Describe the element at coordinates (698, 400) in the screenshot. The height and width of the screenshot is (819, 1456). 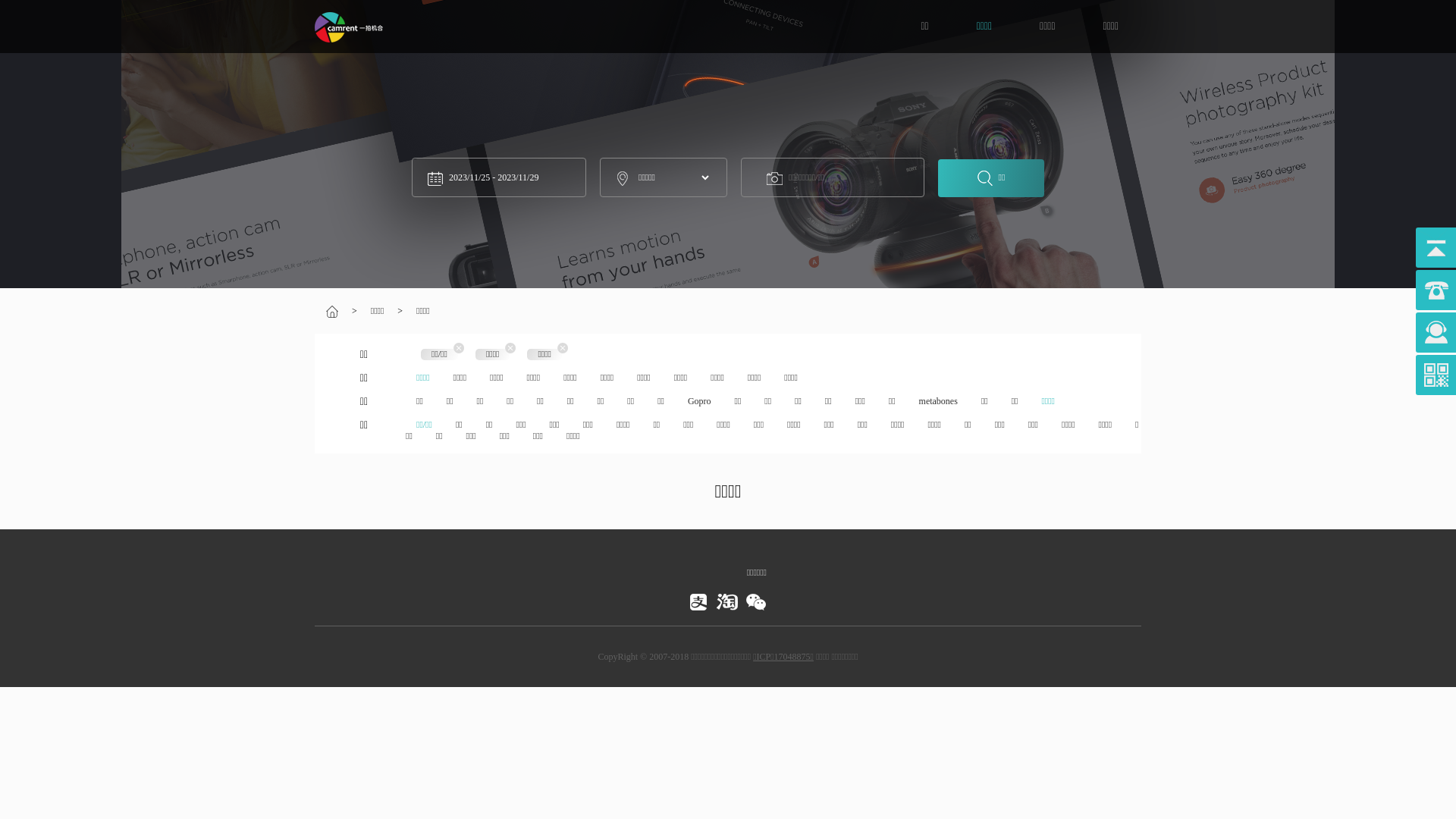
I see `'Gopro'` at that location.